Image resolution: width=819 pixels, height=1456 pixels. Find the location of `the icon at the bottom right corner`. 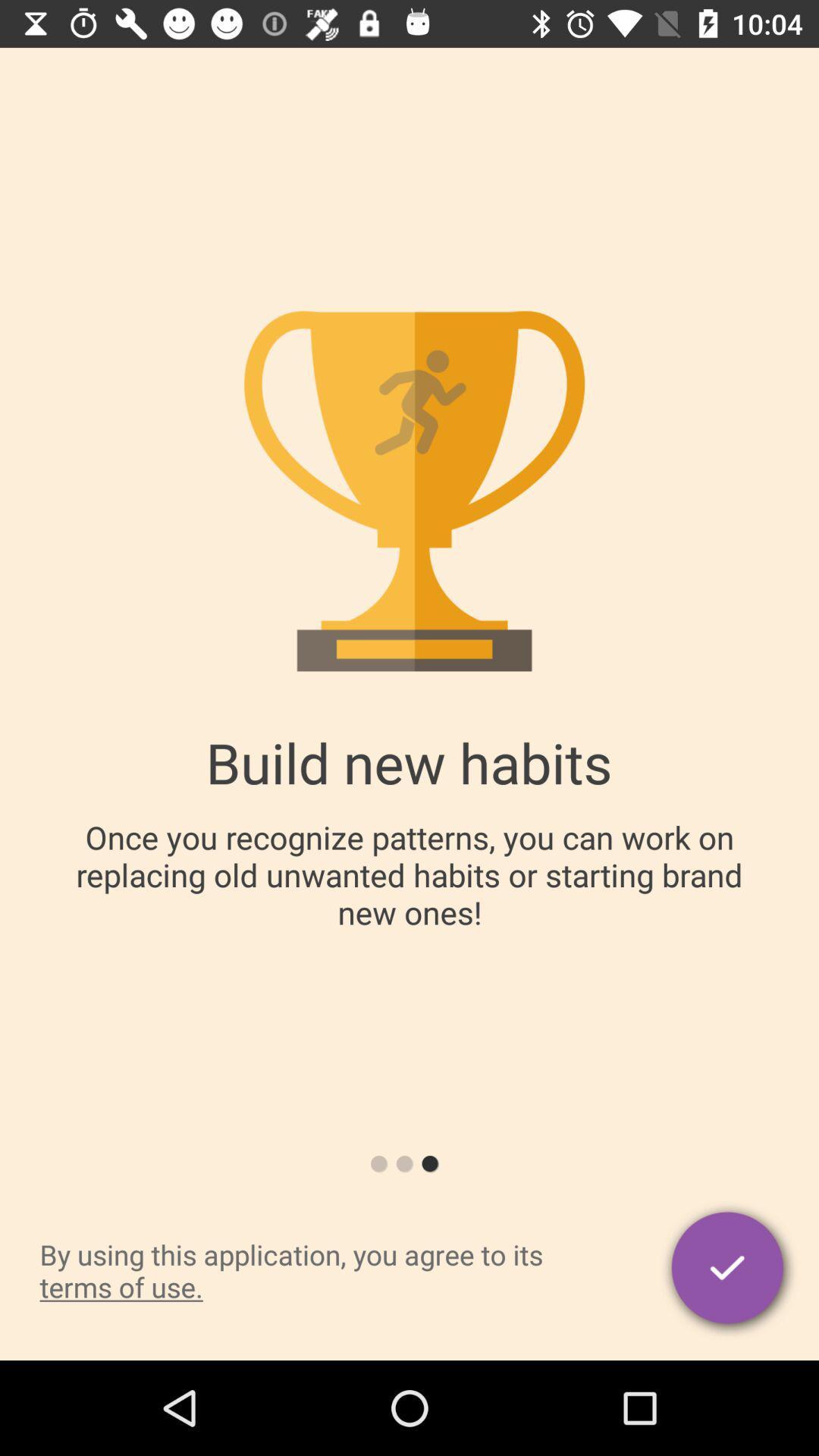

the icon at the bottom right corner is located at coordinates (728, 1270).